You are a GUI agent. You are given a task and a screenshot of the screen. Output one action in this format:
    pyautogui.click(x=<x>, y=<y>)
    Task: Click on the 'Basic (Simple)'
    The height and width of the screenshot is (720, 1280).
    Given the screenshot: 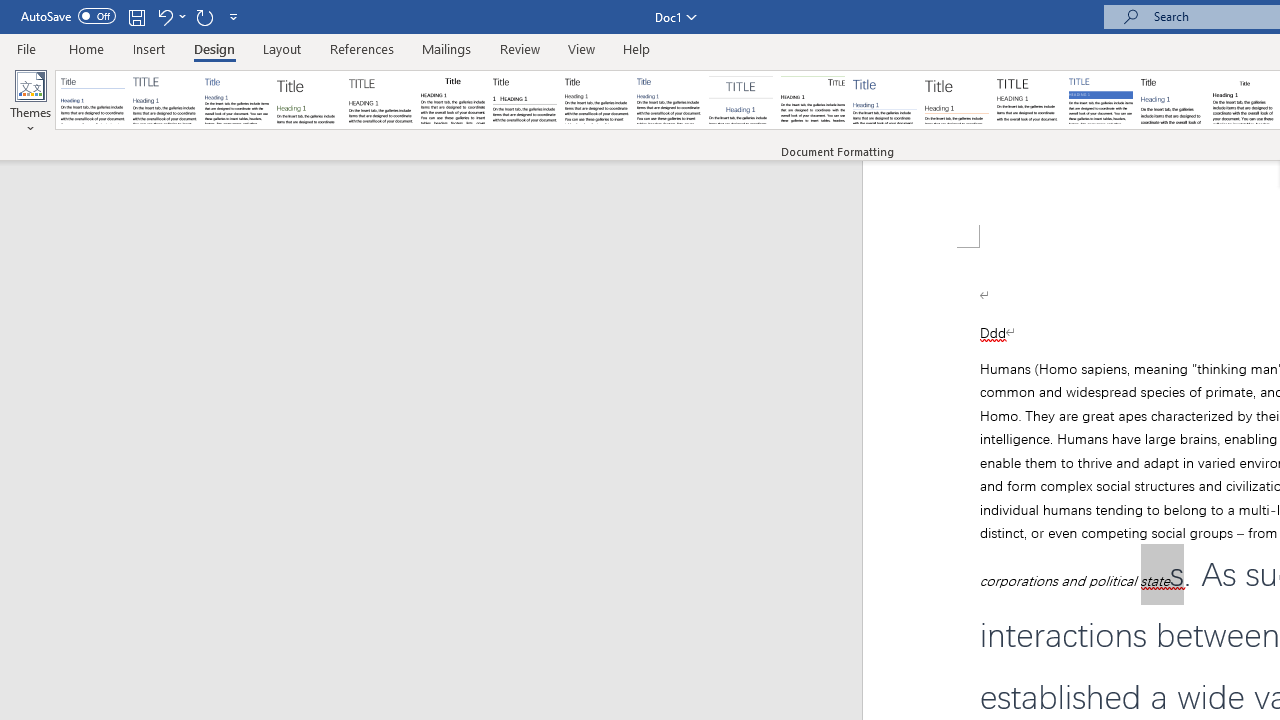 What is the action you would take?
    pyautogui.click(x=236, y=100)
    